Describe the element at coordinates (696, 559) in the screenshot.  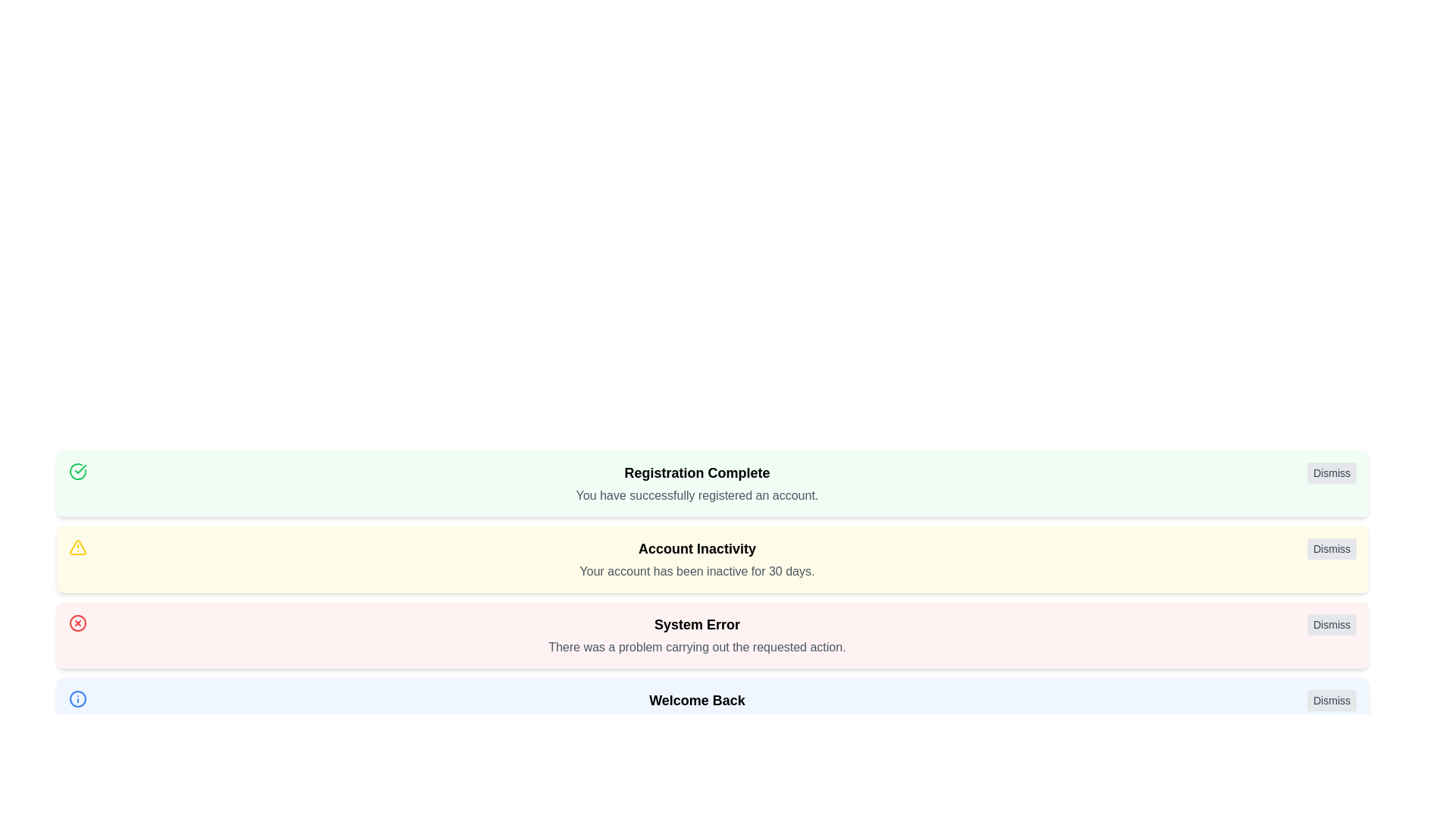
I see `the text display element titled 'Account Inactivity' which shows a message about account inactivity, distinguished by a light yellow background` at that location.